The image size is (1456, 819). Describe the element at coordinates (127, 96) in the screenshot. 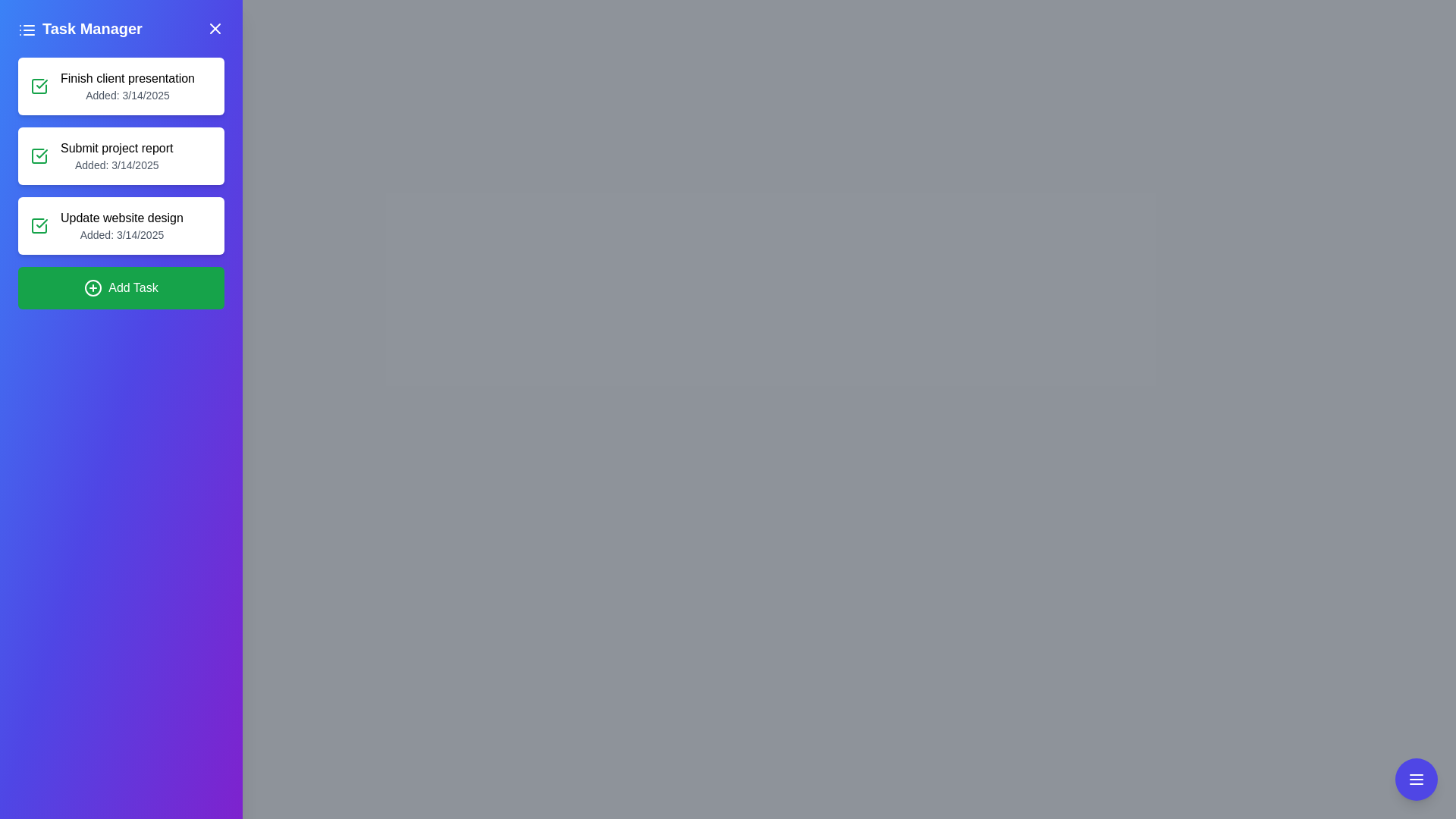

I see `the Text label that displays the date when the associated task was added, located immediately below 'Finish client presentation' in the first task block` at that location.